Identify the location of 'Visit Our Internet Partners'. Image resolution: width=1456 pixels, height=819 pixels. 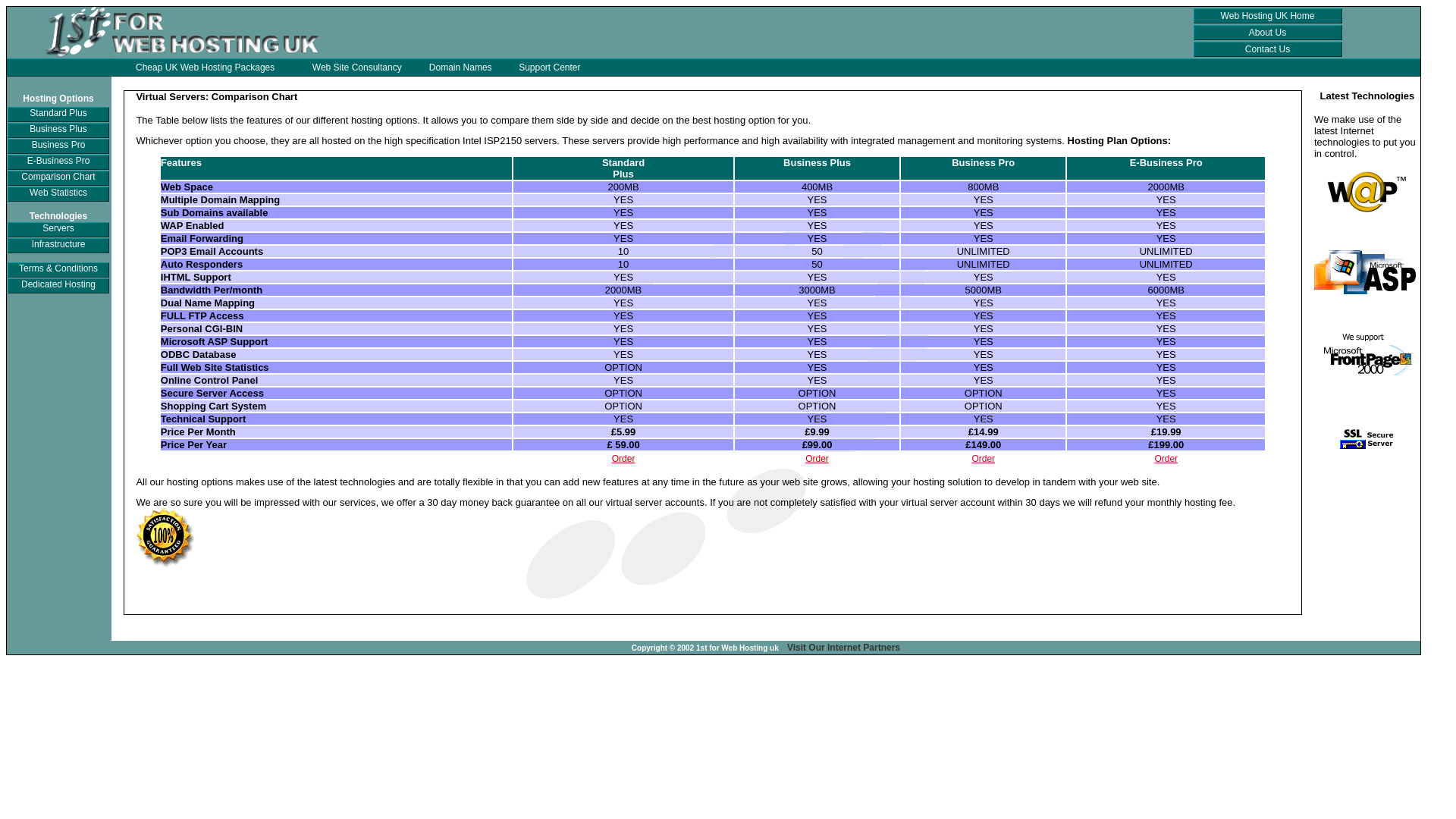
(843, 647).